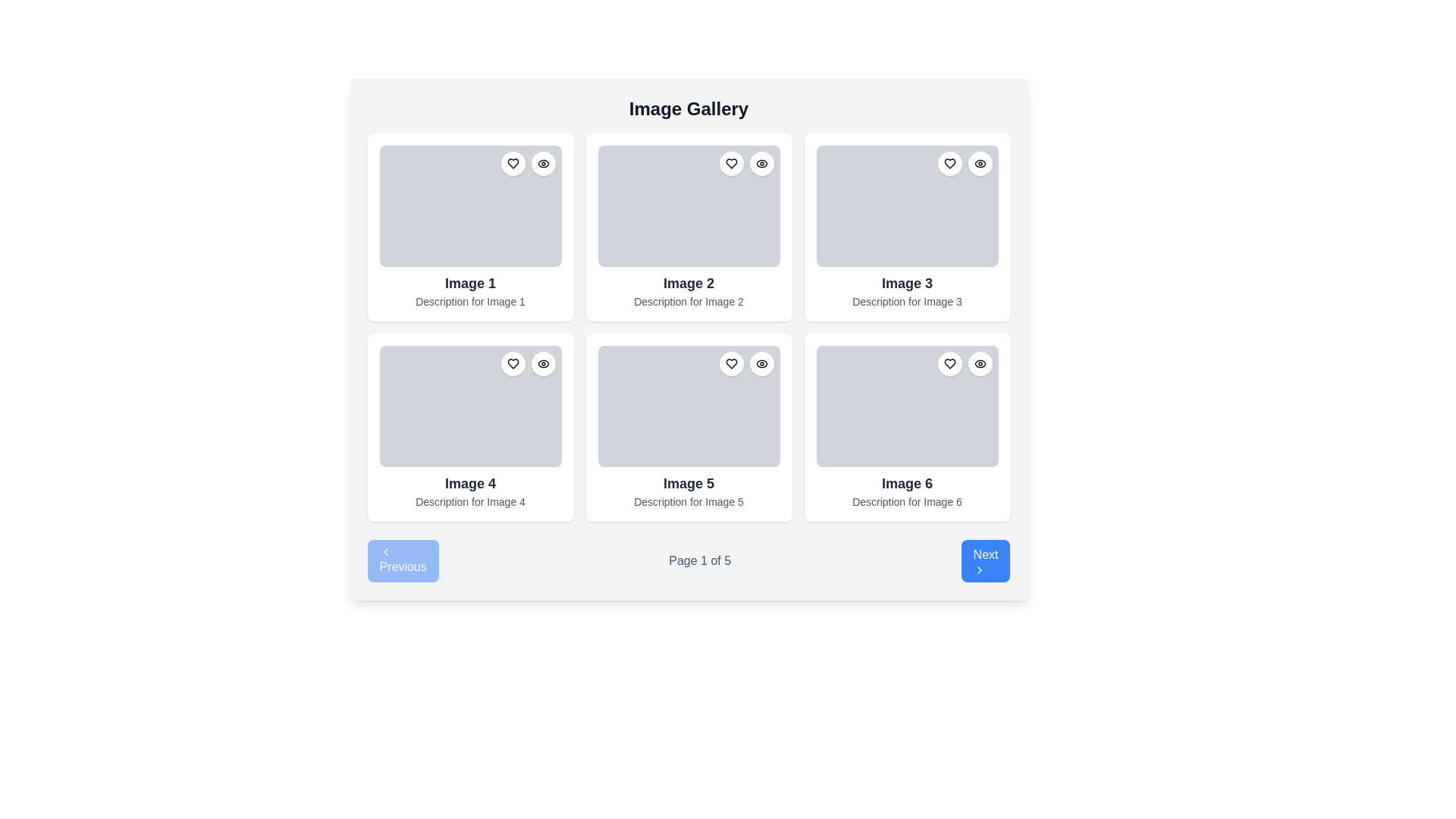 The image size is (1456, 819). I want to click on the circular button with a white background and an eye symbol in the center located in the upper-right corner of the fifth image in the second row of the image gallery, so click(761, 363).